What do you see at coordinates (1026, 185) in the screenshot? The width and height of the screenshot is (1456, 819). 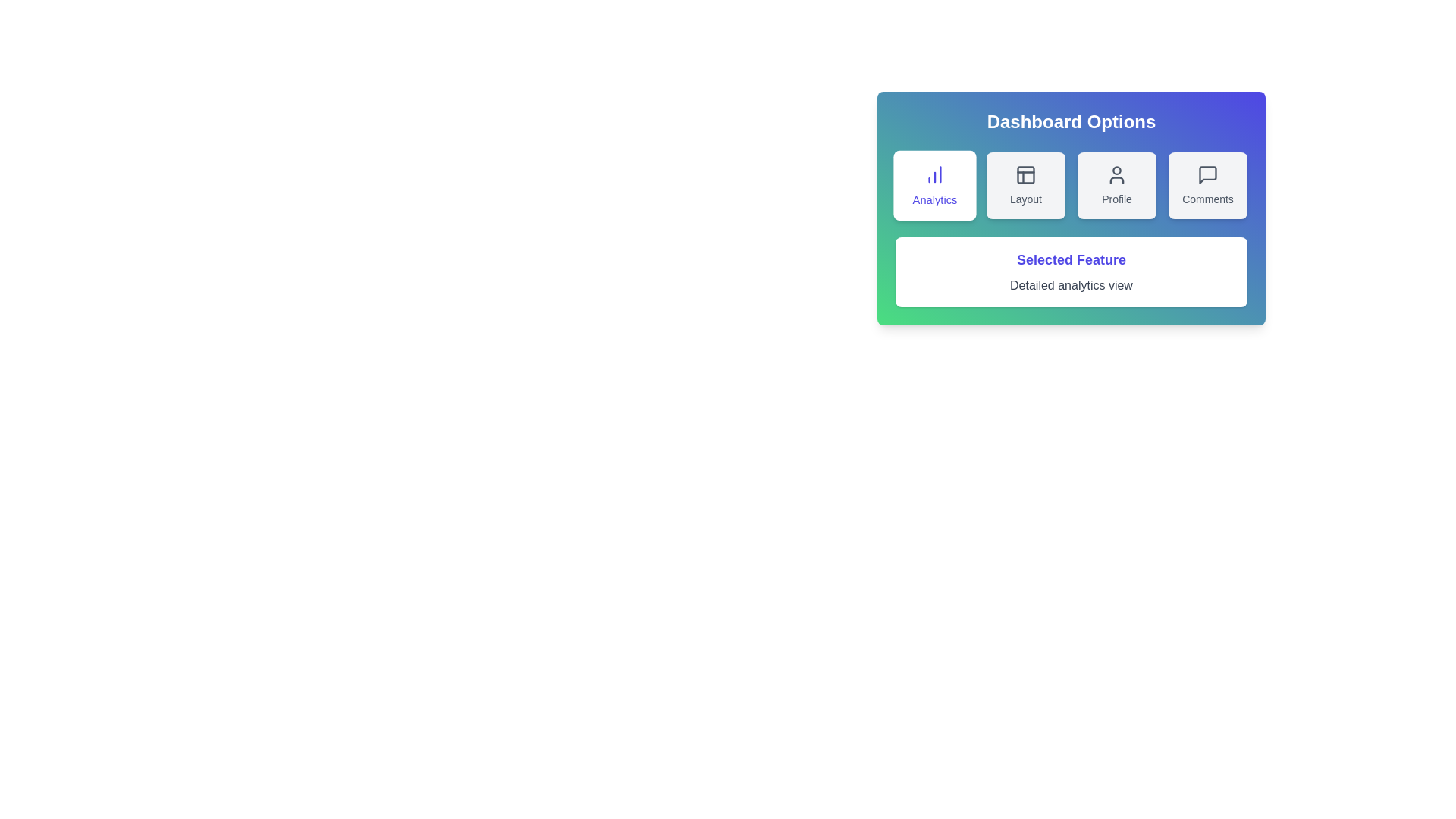 I see `the Layout button to select the respective dashboard option` at bounding box center [1026, 185].